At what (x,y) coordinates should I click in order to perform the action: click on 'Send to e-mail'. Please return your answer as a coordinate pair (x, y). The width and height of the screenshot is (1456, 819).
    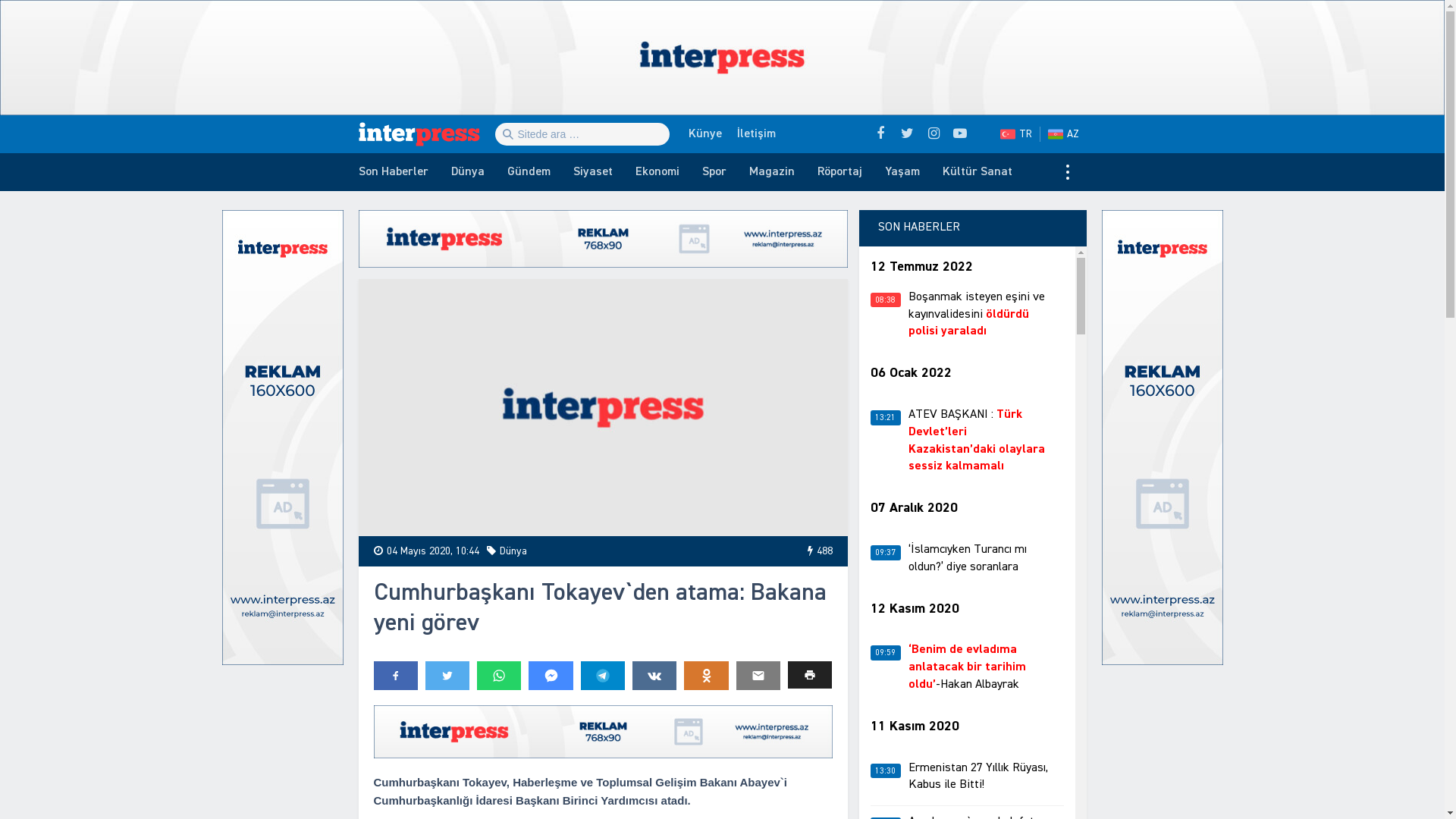
    Looking at the image, I should click on (758, 675).